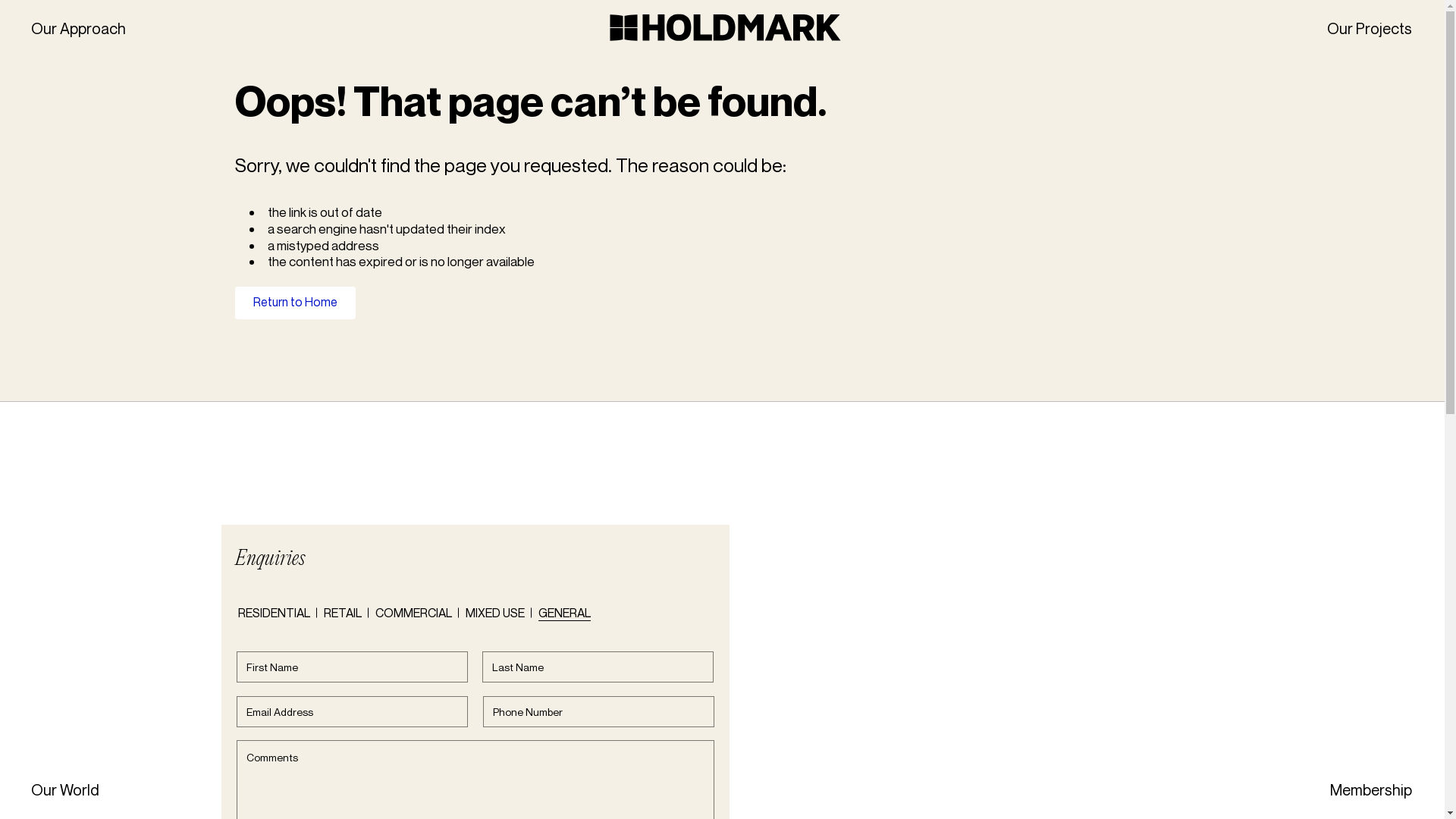 The height and width of the screenshot is (819, 1456). What do you see at coordinates (1371, 789) in the screenshot?
I see `'Membership'` at bounding box center [1371, 789].